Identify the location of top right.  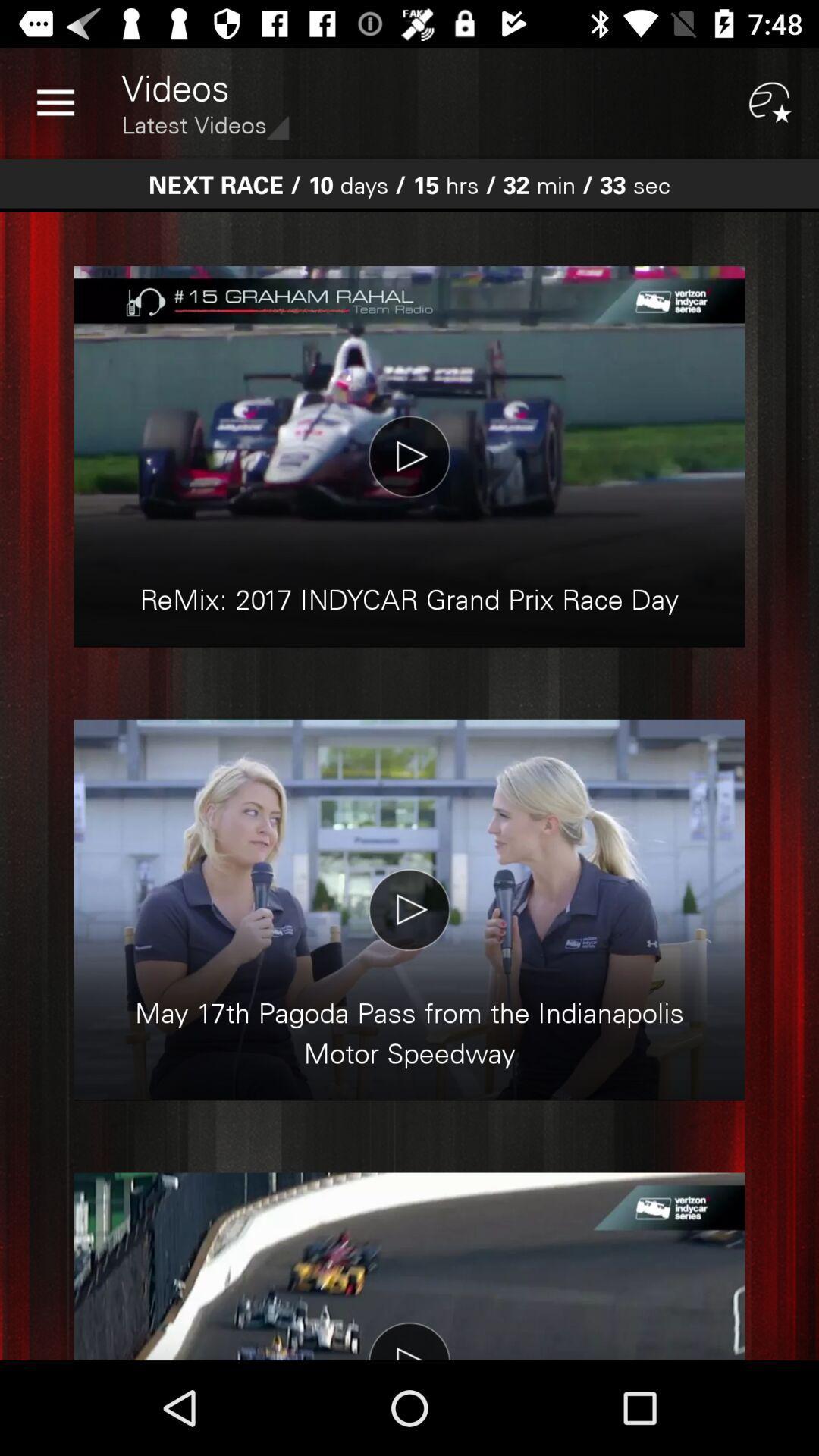
(771, 103).